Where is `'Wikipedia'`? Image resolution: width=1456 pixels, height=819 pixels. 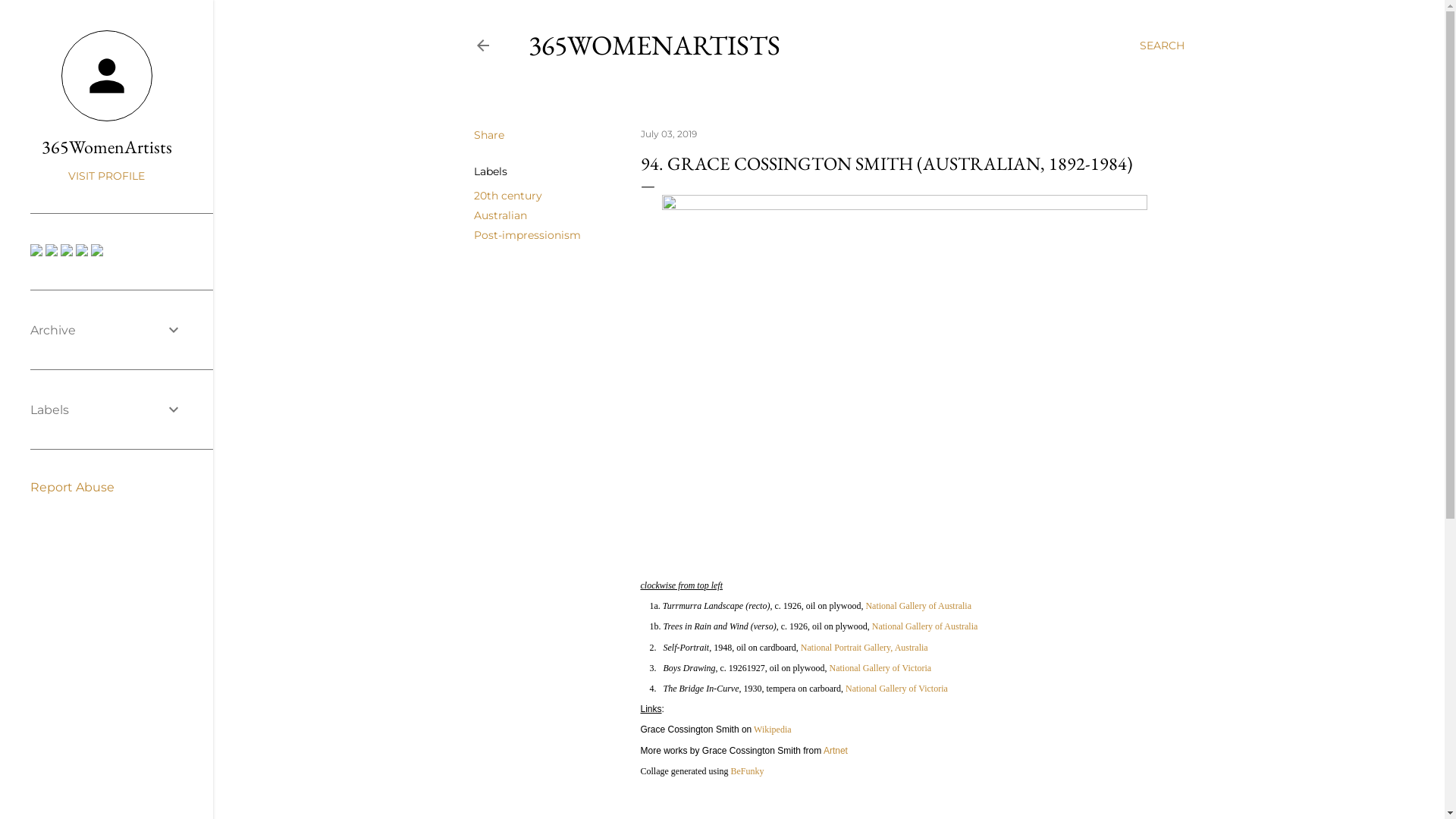 'Wikipedia' is located at coordinates (772, 728).